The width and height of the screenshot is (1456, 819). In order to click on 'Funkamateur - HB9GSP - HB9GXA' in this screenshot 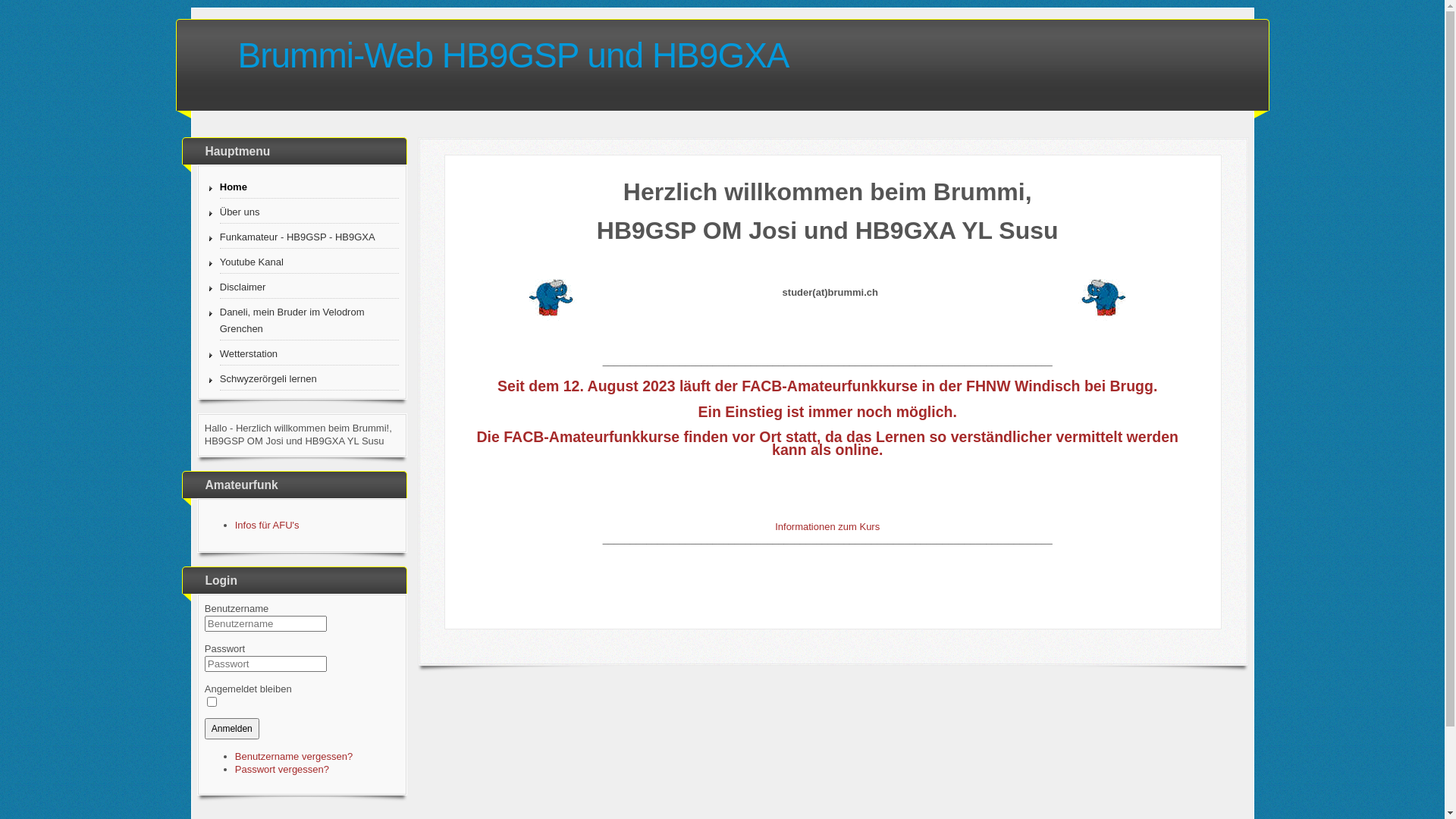, I will do `click(309, 237)`.